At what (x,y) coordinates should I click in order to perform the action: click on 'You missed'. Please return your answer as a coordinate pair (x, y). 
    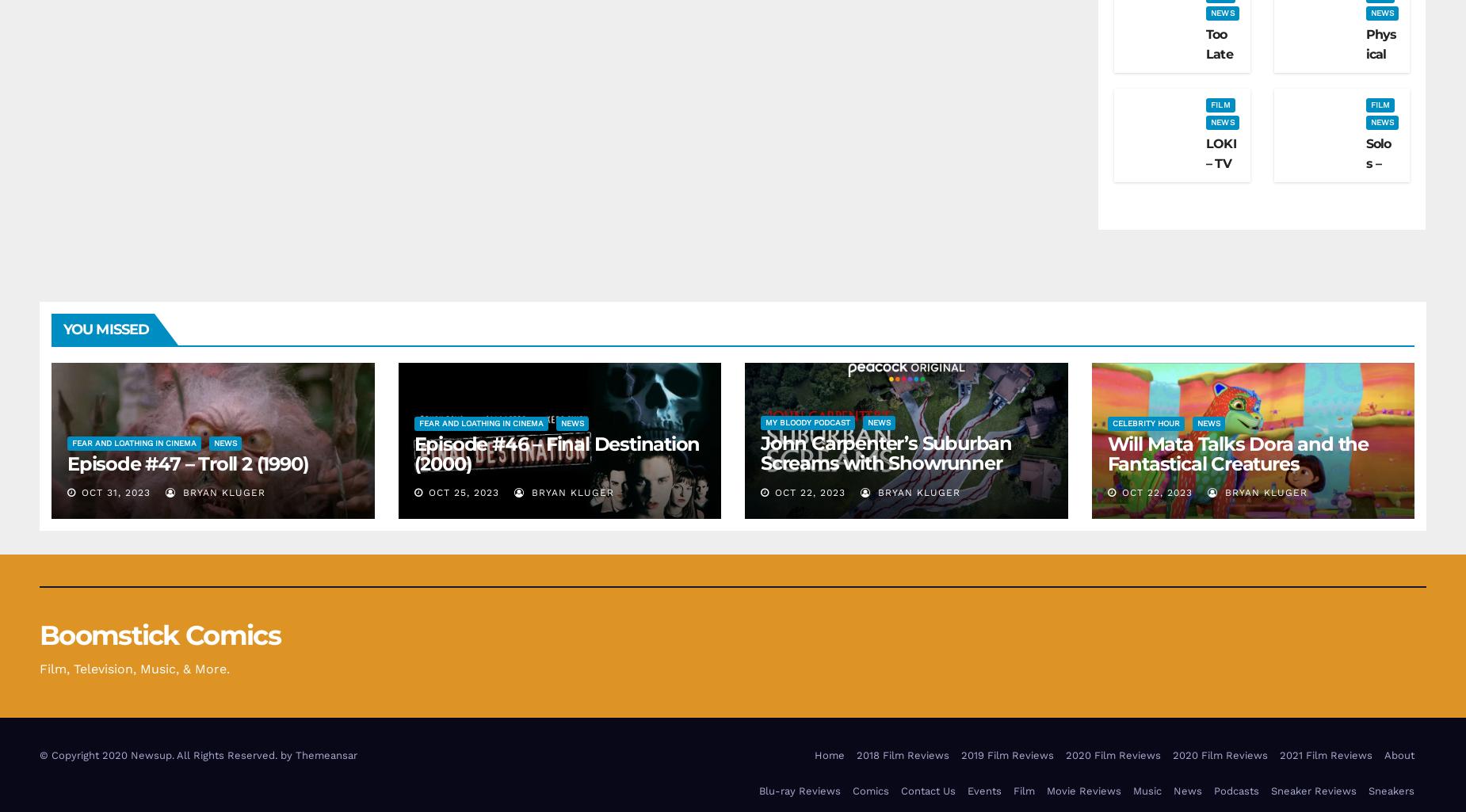
    Looking at the image, I should click on (105, 330).